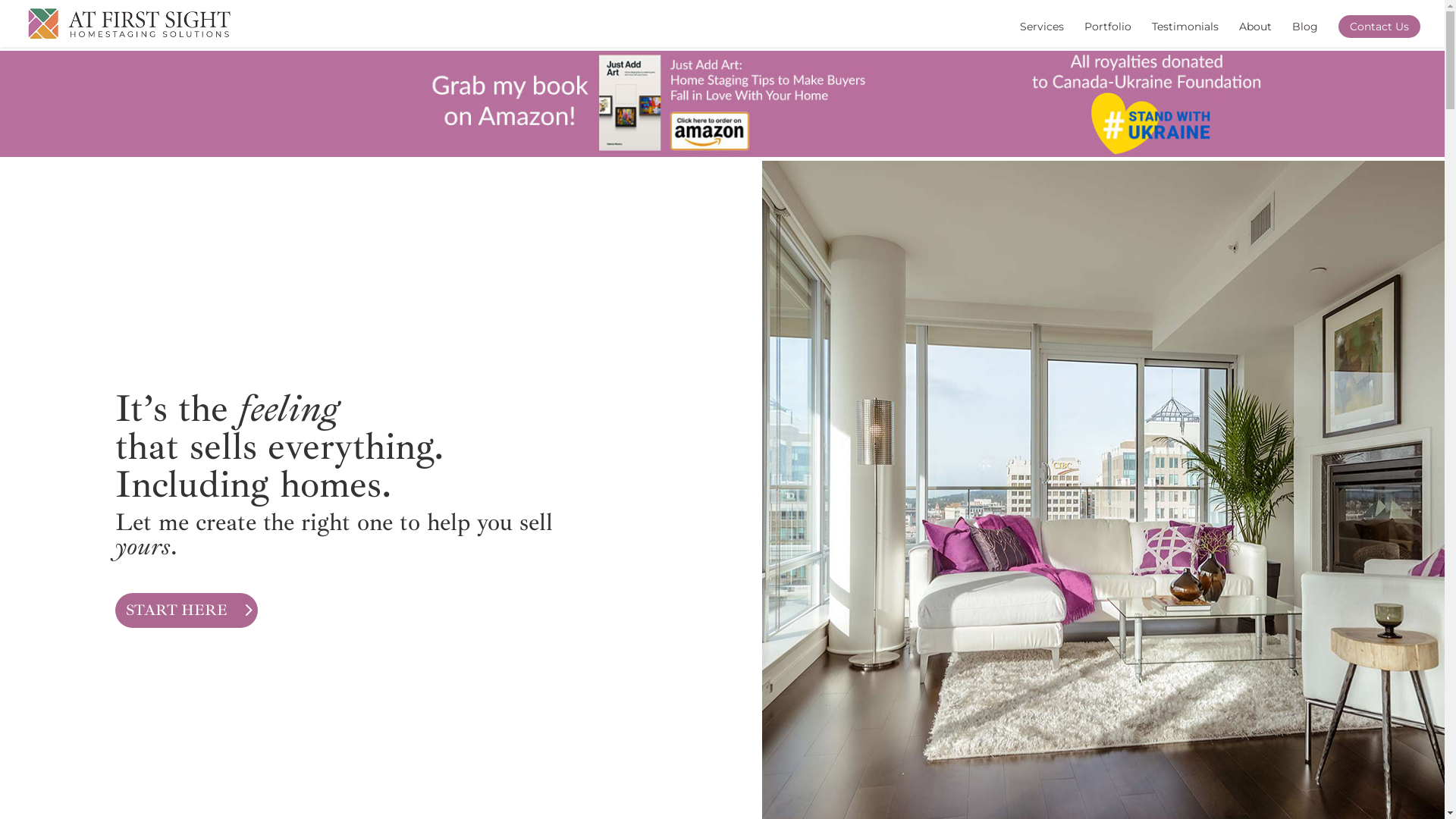  I want to click on 'About', so click(1238, 34).